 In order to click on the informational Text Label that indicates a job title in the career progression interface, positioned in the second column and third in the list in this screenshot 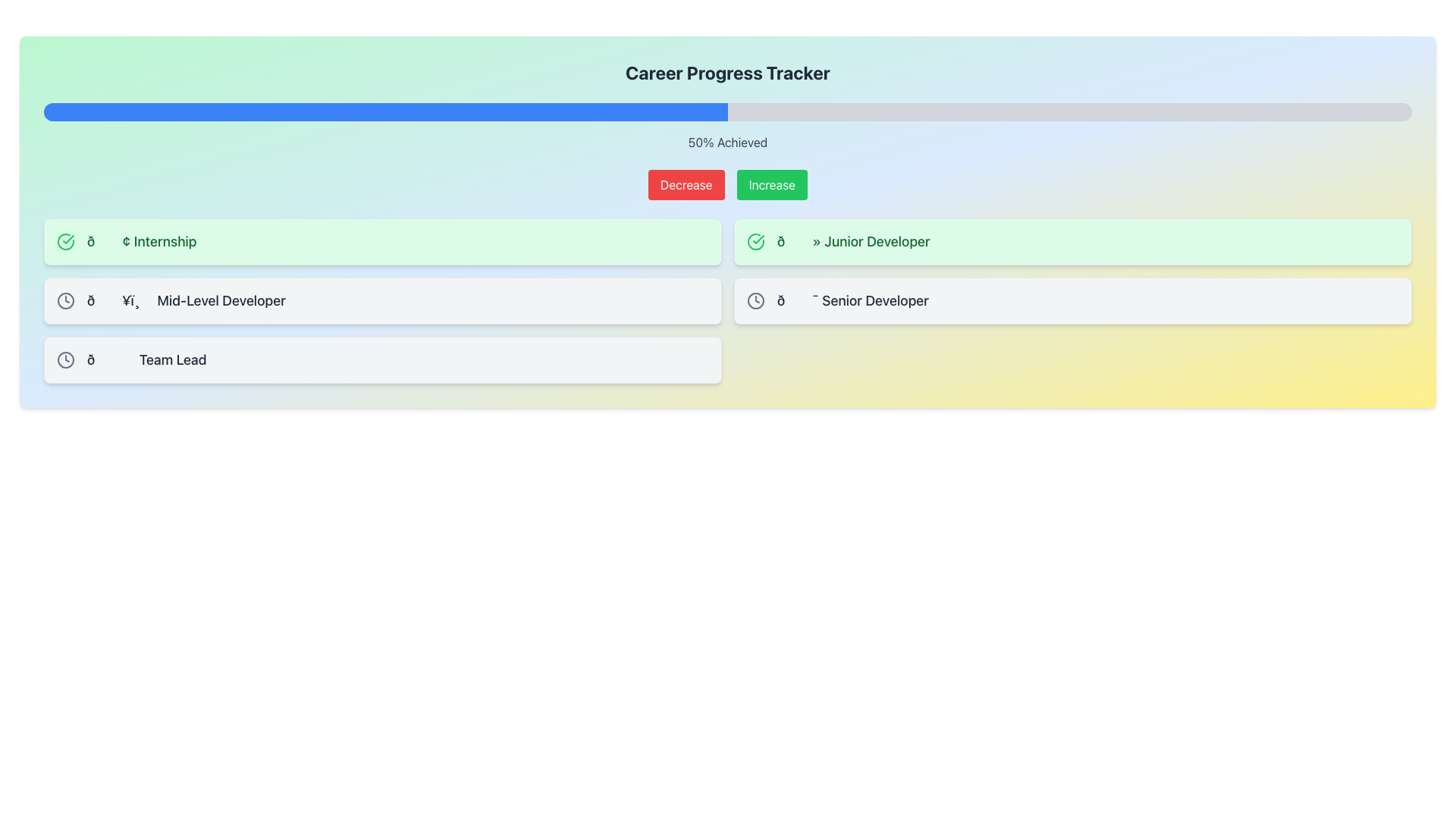, I will do `click(852, 301)`.